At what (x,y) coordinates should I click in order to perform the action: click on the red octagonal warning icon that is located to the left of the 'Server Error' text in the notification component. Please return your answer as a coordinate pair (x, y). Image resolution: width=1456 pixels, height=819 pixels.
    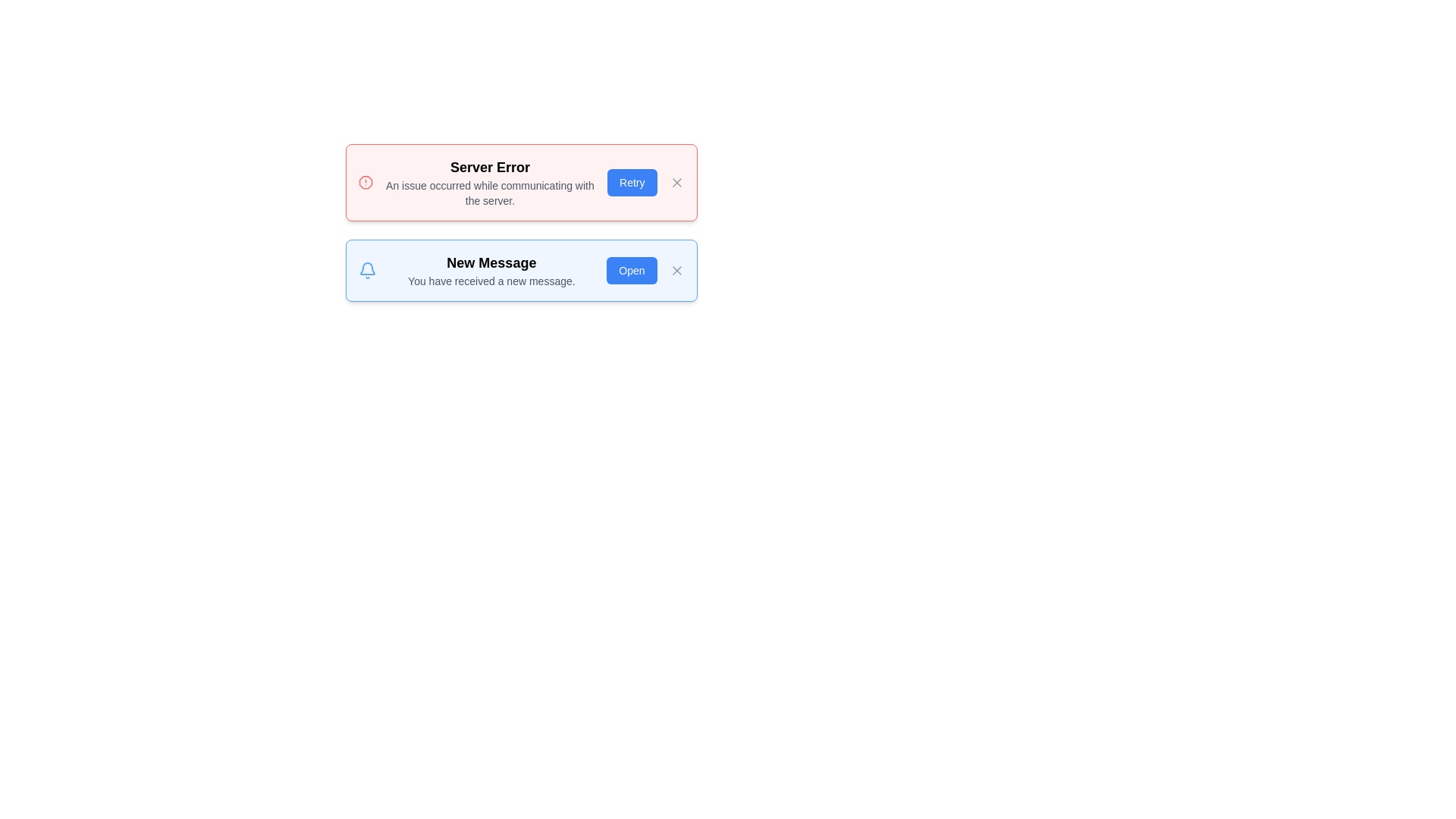
    Looking at the image, I should click on (366, 181).